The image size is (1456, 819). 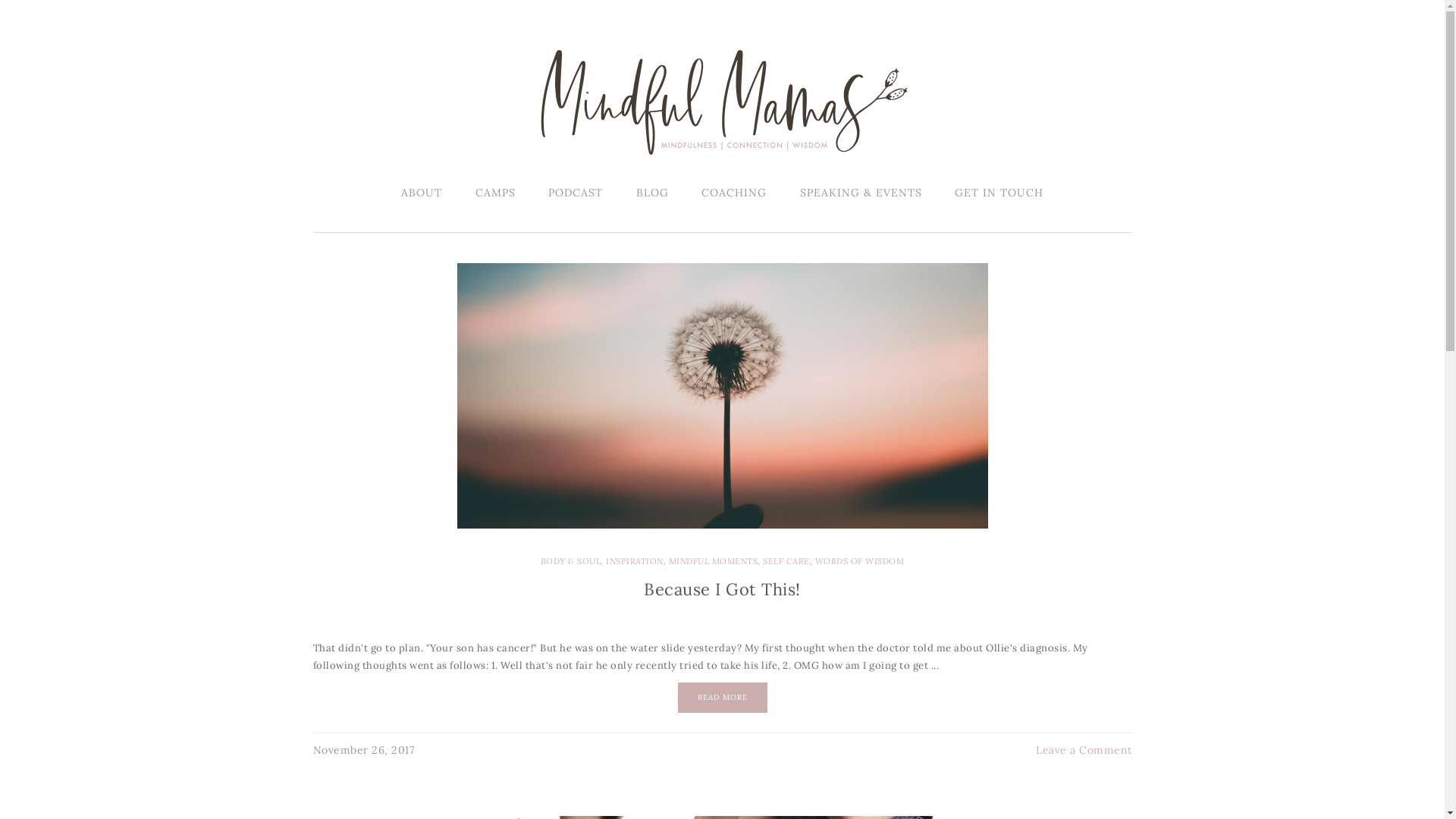 What do you see at coordinates (1035, 748) in the screenshot?
I see `'Leave a Comment'` at bounding box center [1035, 748].